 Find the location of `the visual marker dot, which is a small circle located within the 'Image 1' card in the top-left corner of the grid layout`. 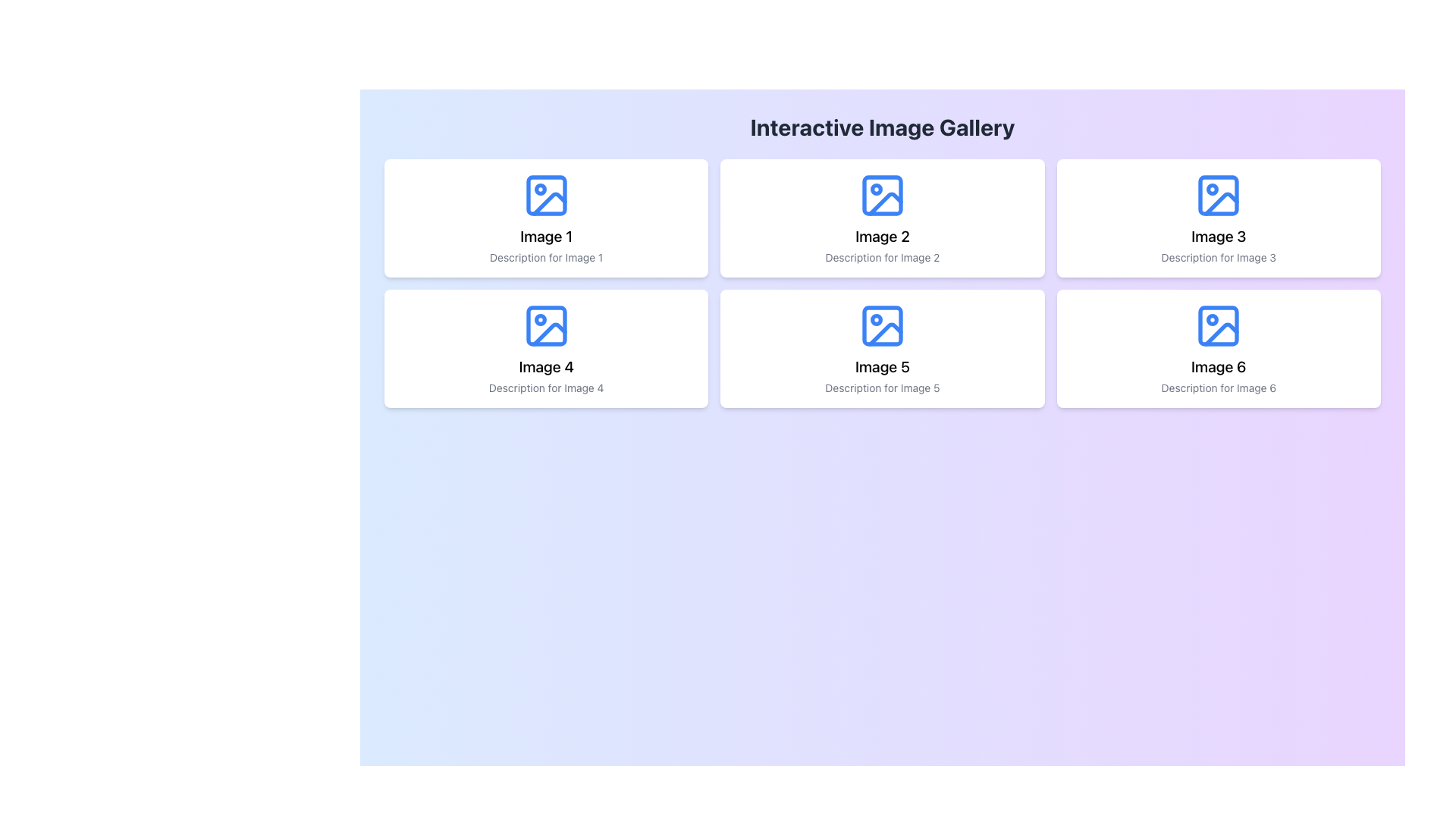

the visual marker dot, which is a small circle located within the 'Image 1' card in the top-left corner of the grid layout is located at coordinates (540, 189).